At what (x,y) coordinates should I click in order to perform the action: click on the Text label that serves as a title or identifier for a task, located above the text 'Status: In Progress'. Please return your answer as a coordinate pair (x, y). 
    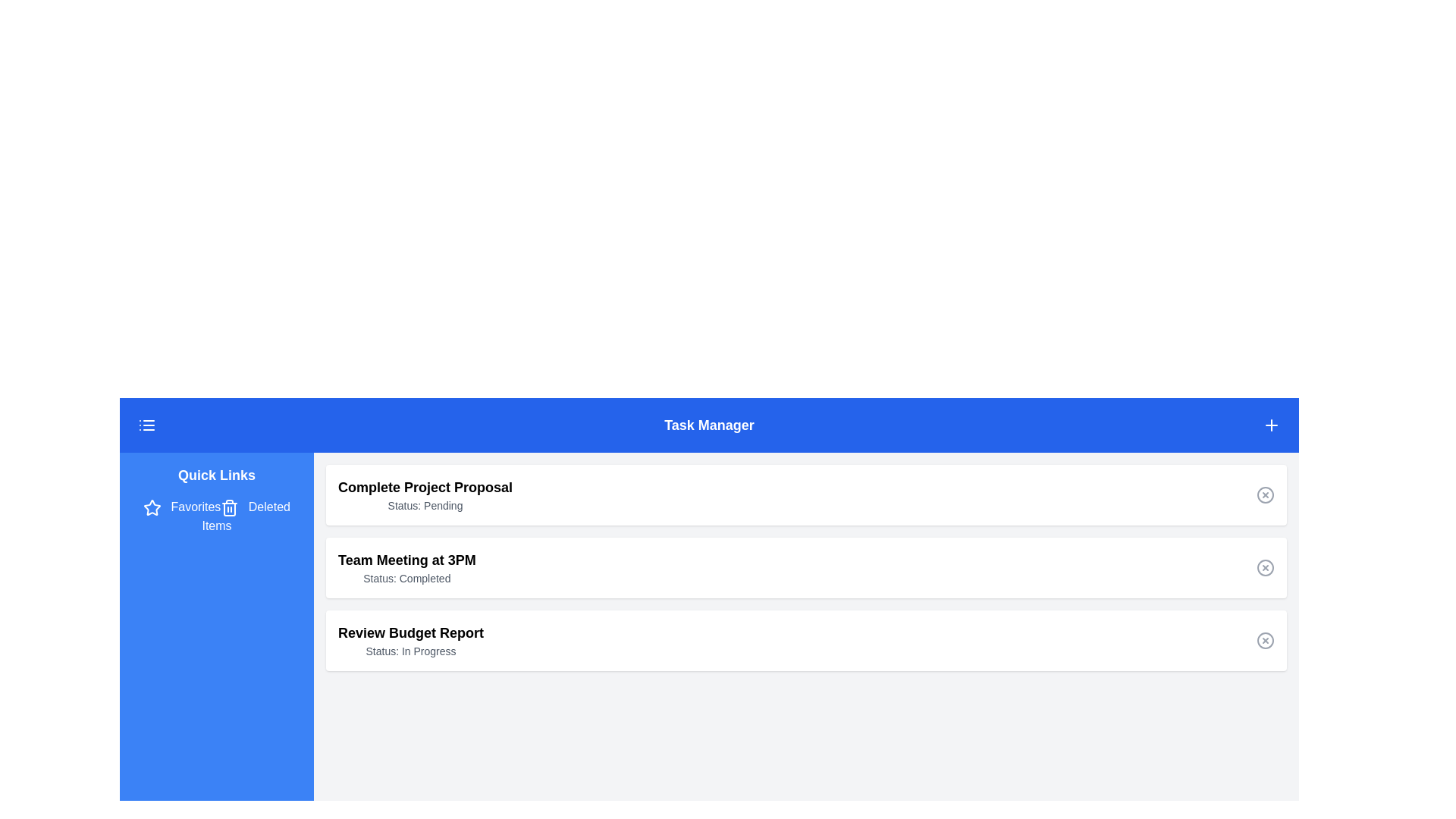
    Looking at the image, I should click on (411, 632).